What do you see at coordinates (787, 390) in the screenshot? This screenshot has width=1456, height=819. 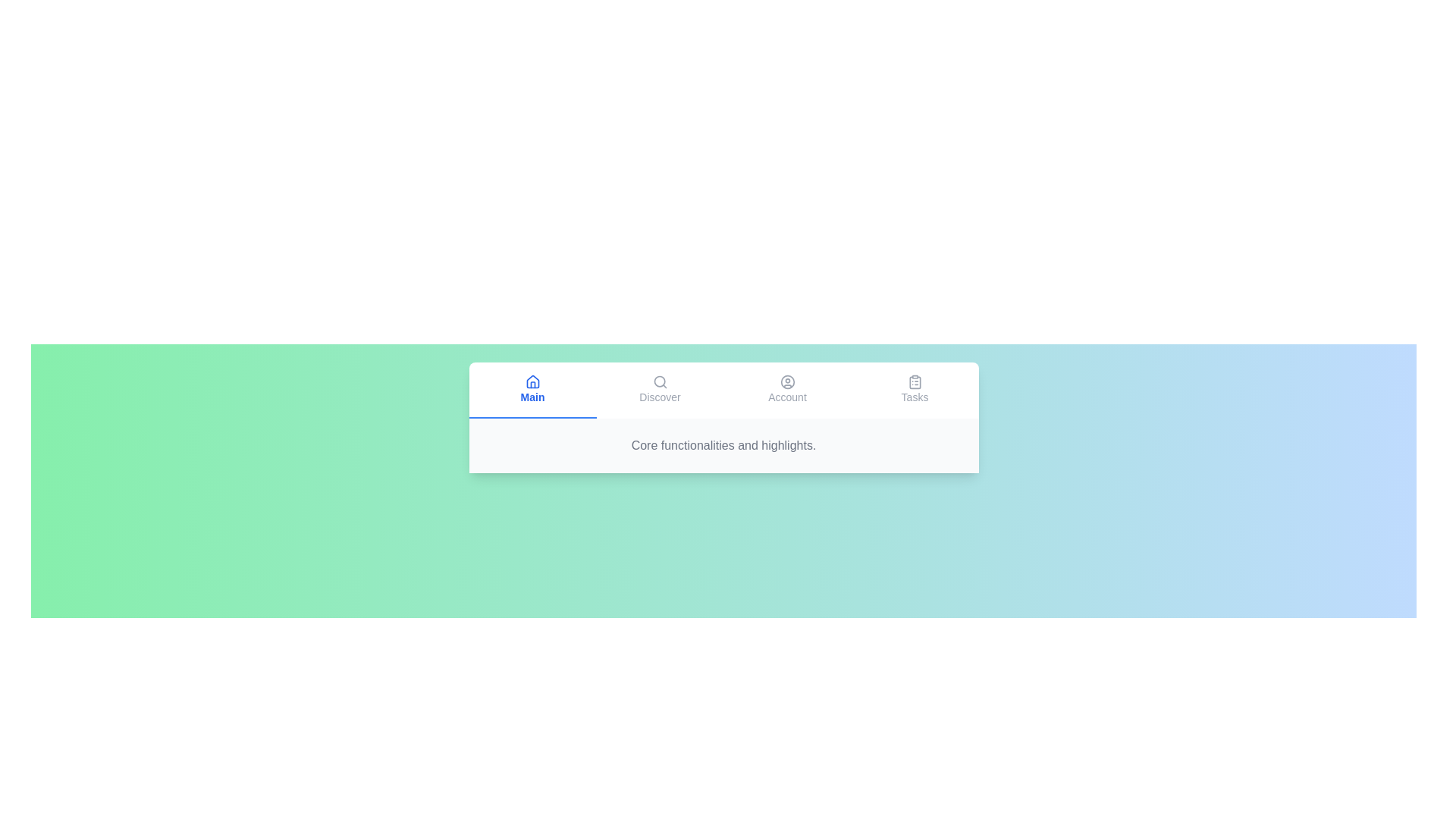 I see `the Account tab to switch to it` at bounding box center [787, 390].